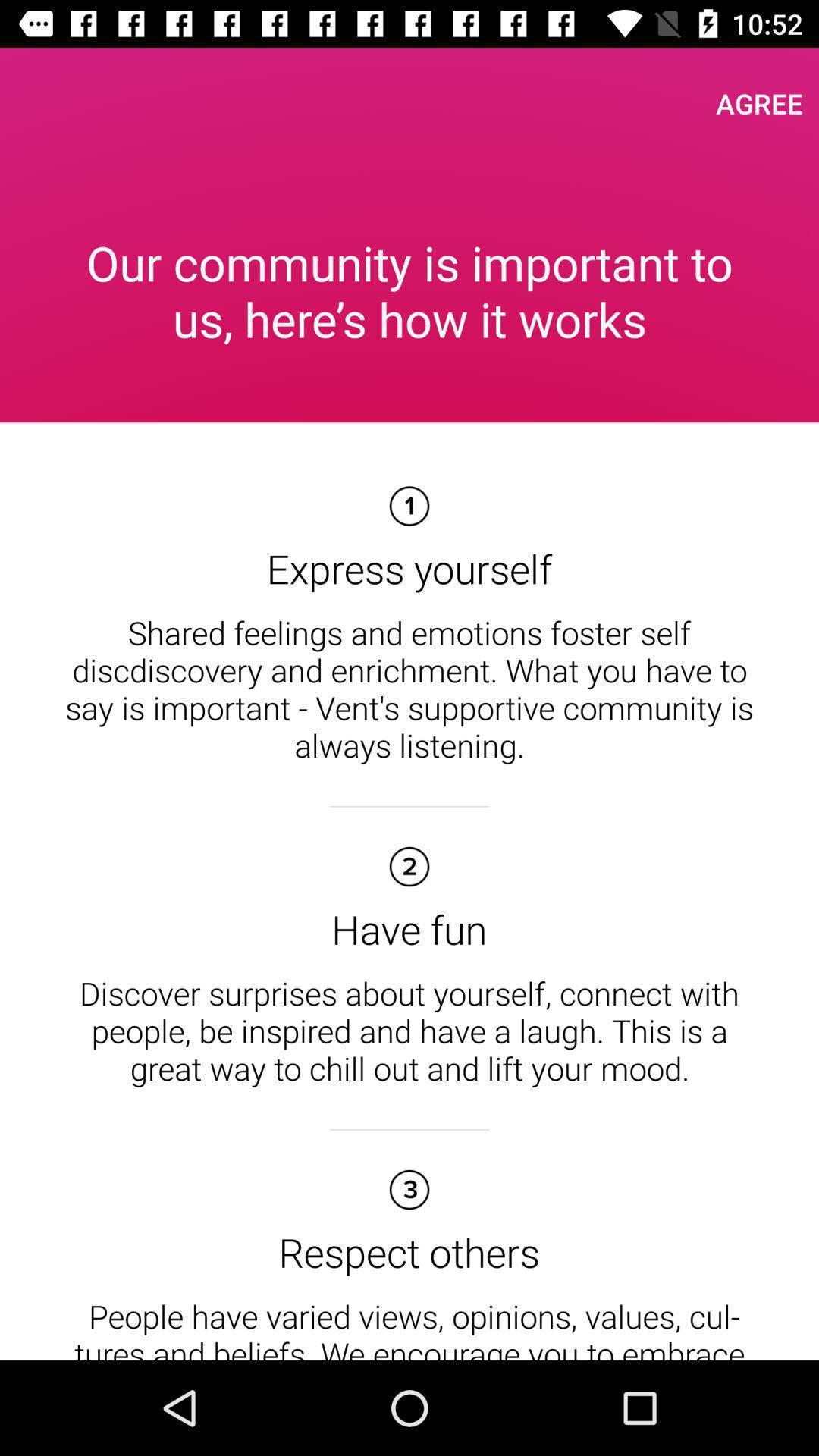 Image resolution: width=819 pixels, height=1456 pixels. What do you see at coordinates (759, 102) in the screenshot?
I see `the agree icon` at bounding box center [759, 102].